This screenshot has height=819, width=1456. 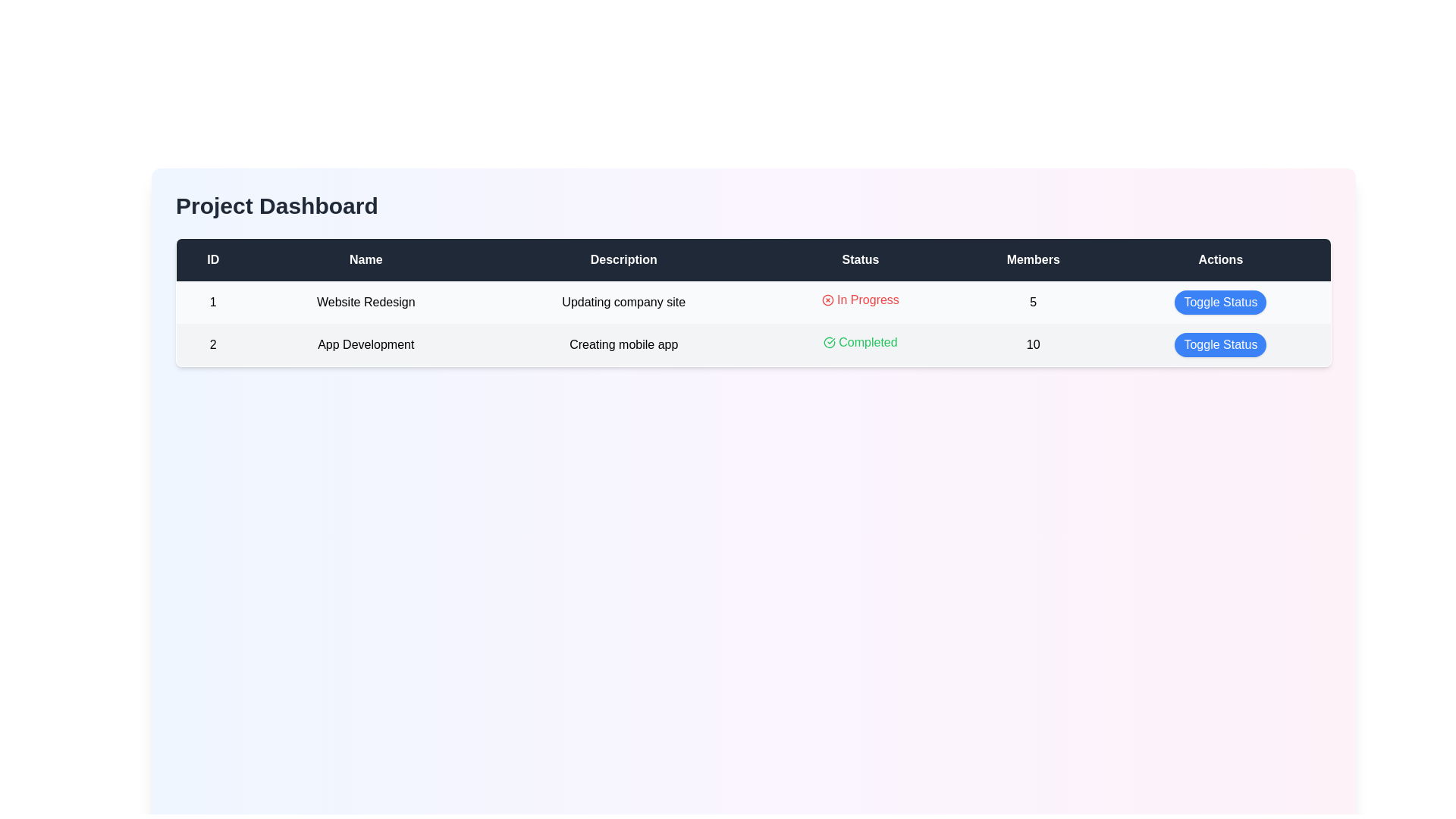 I want to click on the Header text that reads 'Project Dashboard', styled in bold, large 3xl font, and colored dark gray, located near the top left of the interface, so click(x=277, y=206).